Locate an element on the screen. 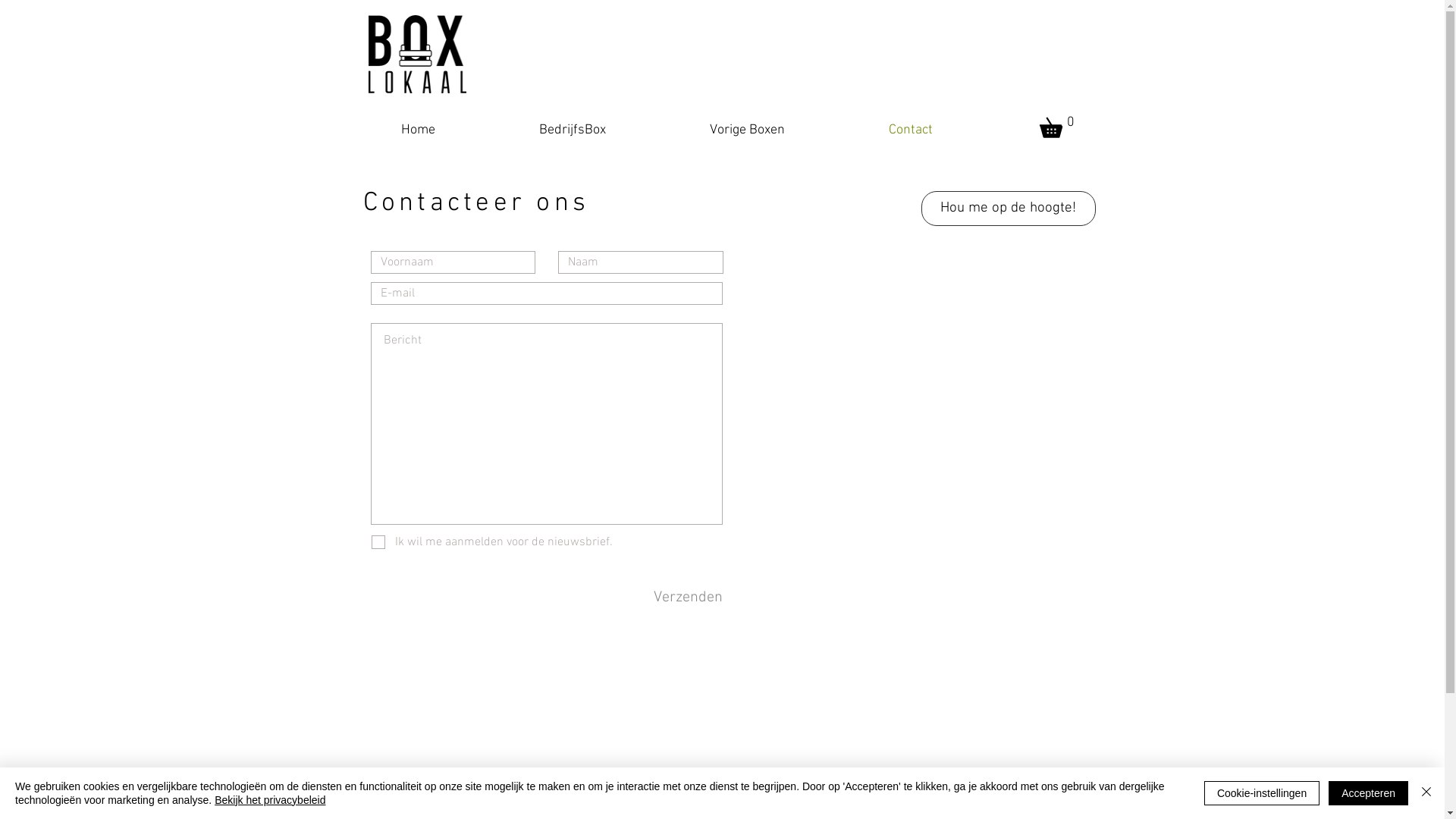 This screenshot has height=819, width=1456. 'Home' is located at coordinates (453, 129).